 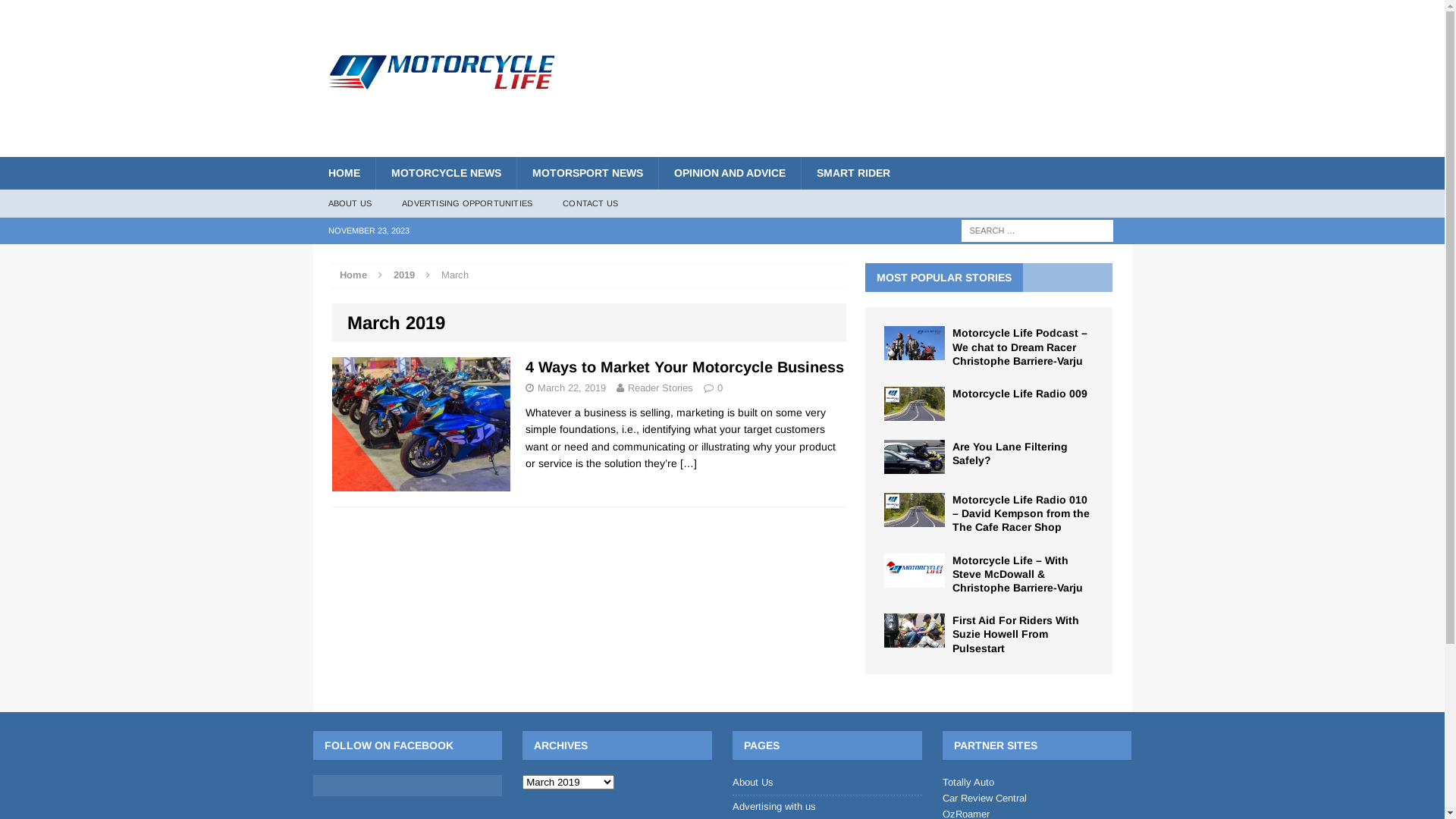 I want to click on 'Motorcycle Life Radio 009', so click(x=913, y=412).